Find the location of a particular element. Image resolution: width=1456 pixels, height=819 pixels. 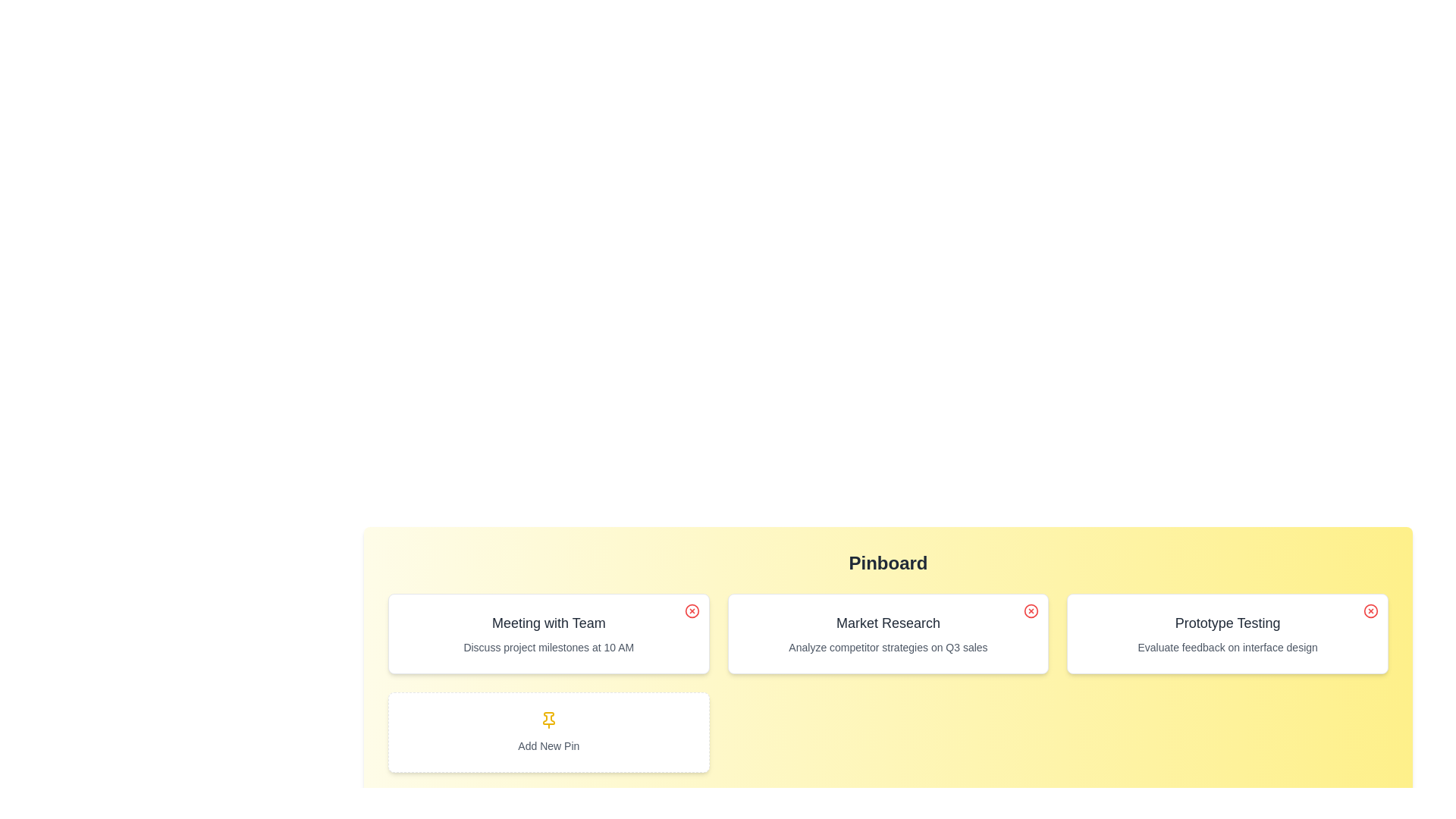

the pin with the title Market Research to read its details is located at coordinates (888, 634).